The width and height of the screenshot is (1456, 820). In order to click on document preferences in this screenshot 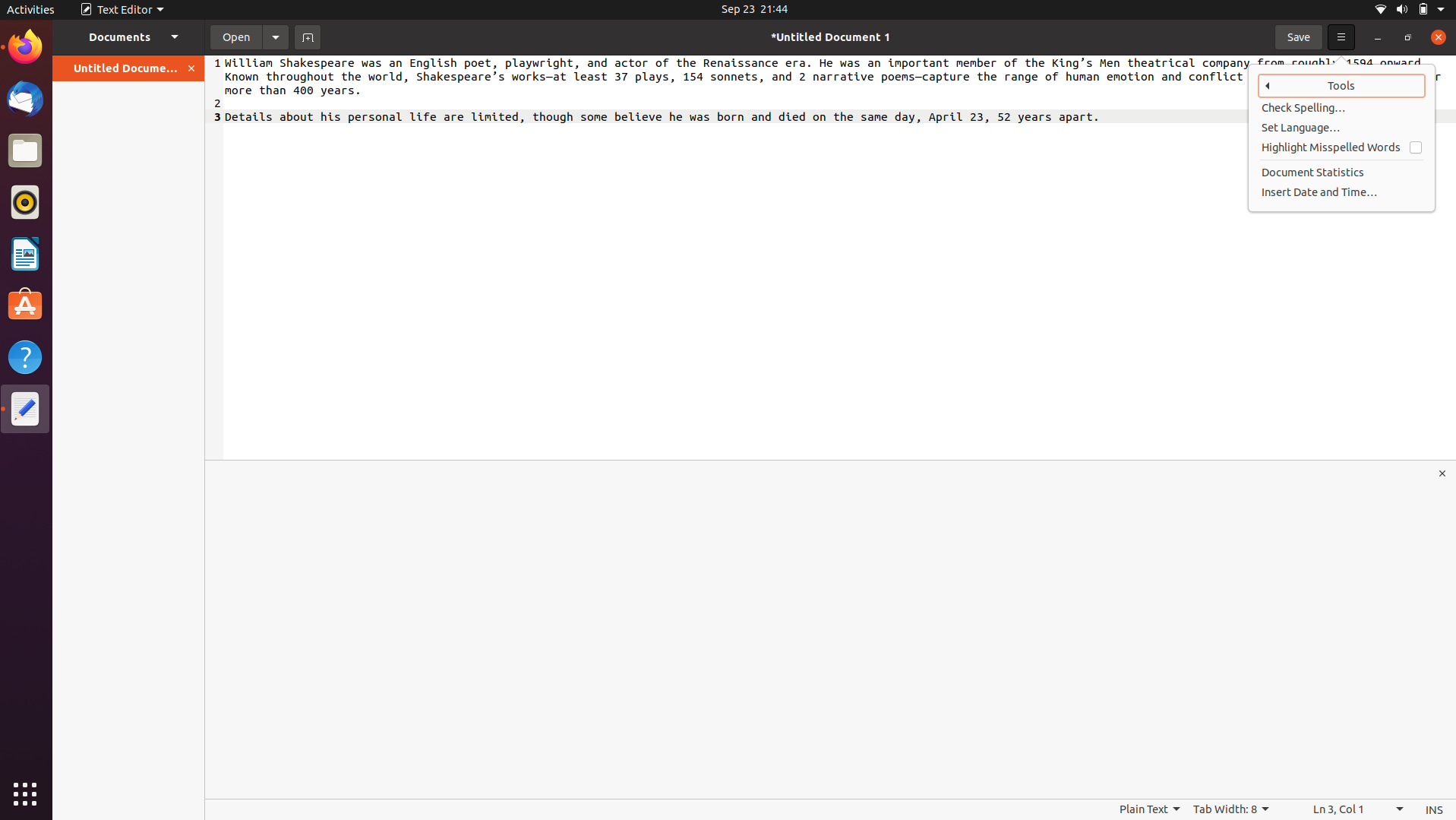, I will do `click(275, 36)`.